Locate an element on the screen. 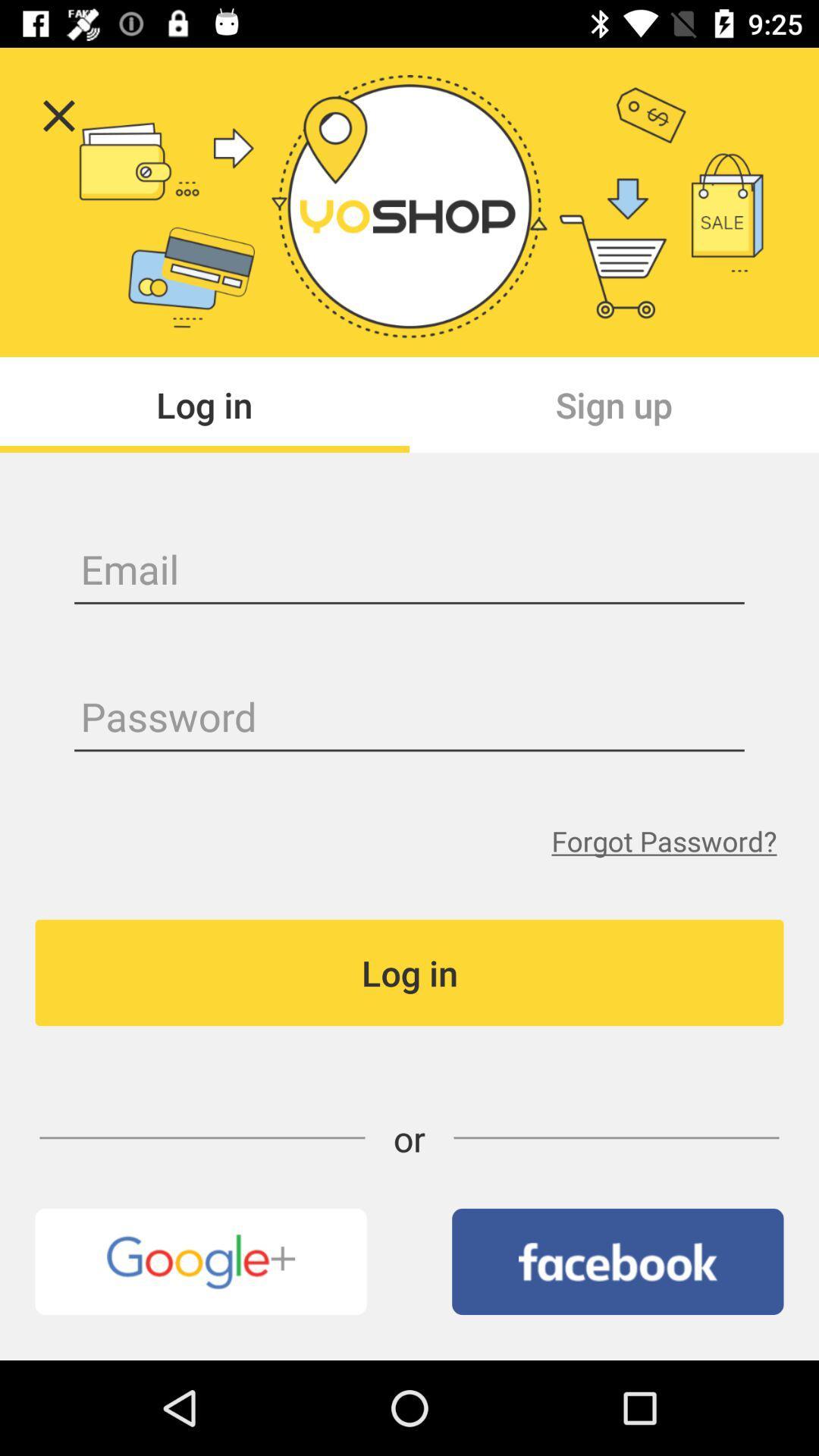  email address is located at coordinates (409, 571).